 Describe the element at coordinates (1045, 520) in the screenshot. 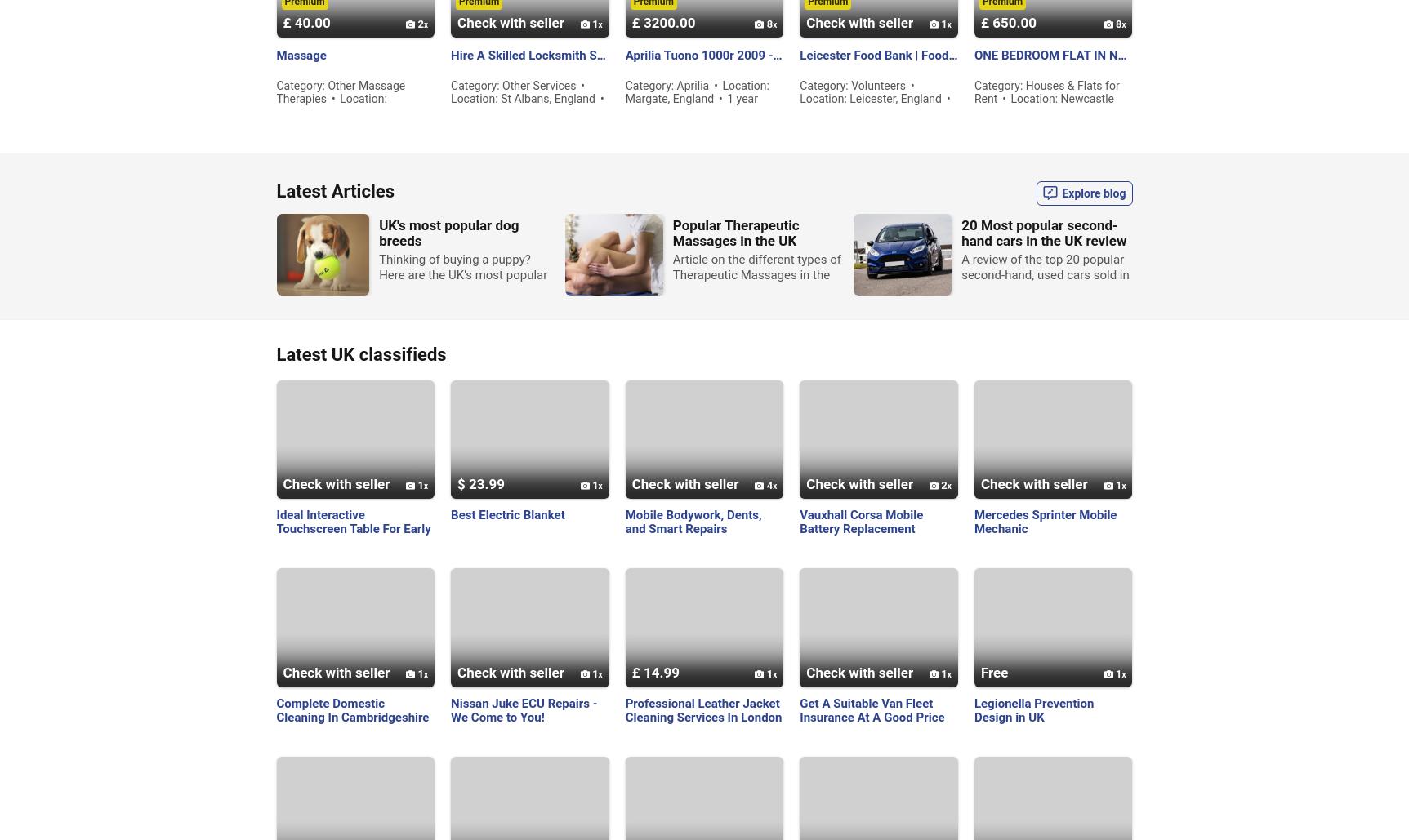

I see `'Mercedes Sprinter Mobile Mechanic'` at that location.